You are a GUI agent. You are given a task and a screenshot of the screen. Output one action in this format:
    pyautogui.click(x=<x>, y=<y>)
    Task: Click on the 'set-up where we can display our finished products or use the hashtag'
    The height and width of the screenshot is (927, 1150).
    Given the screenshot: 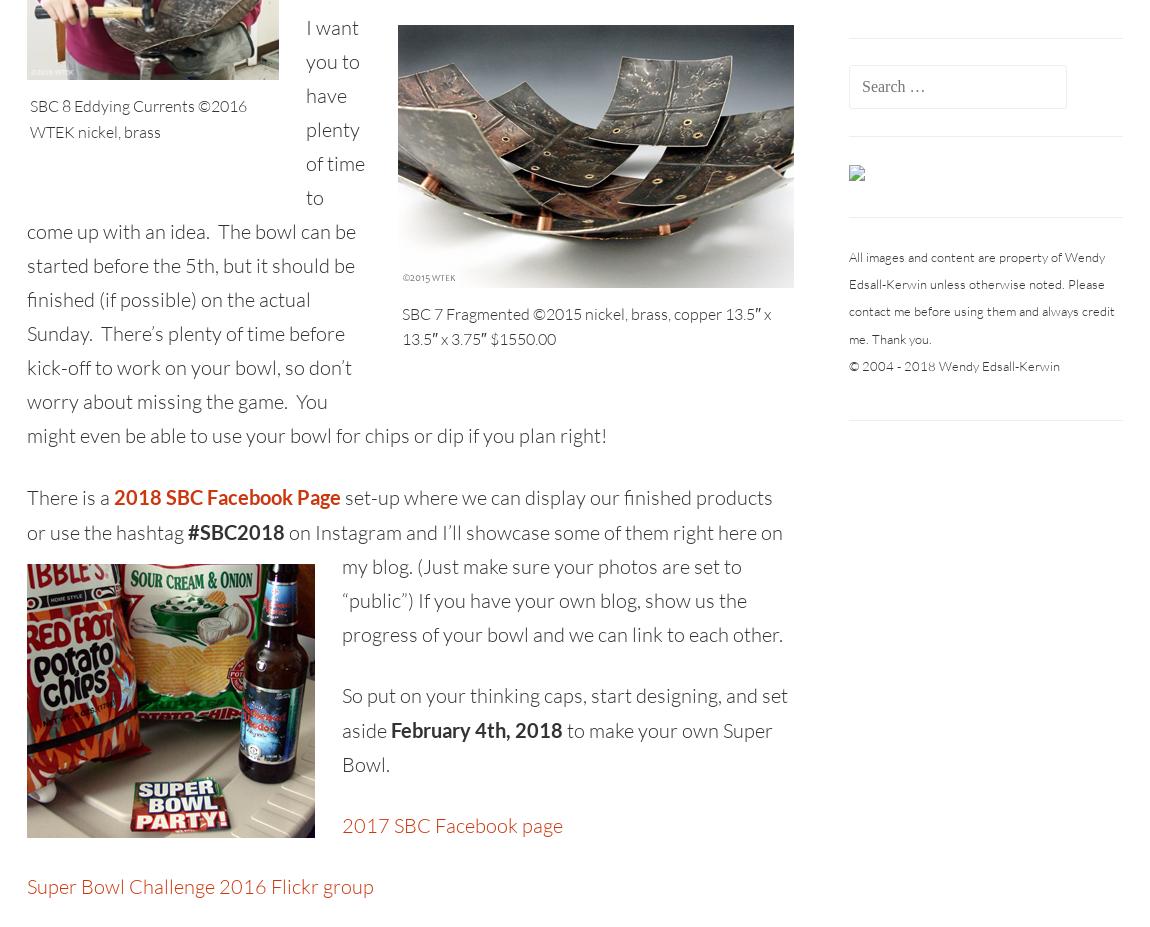 What is the action you would take?
    pyautogui.click(x=399, y=515)
    